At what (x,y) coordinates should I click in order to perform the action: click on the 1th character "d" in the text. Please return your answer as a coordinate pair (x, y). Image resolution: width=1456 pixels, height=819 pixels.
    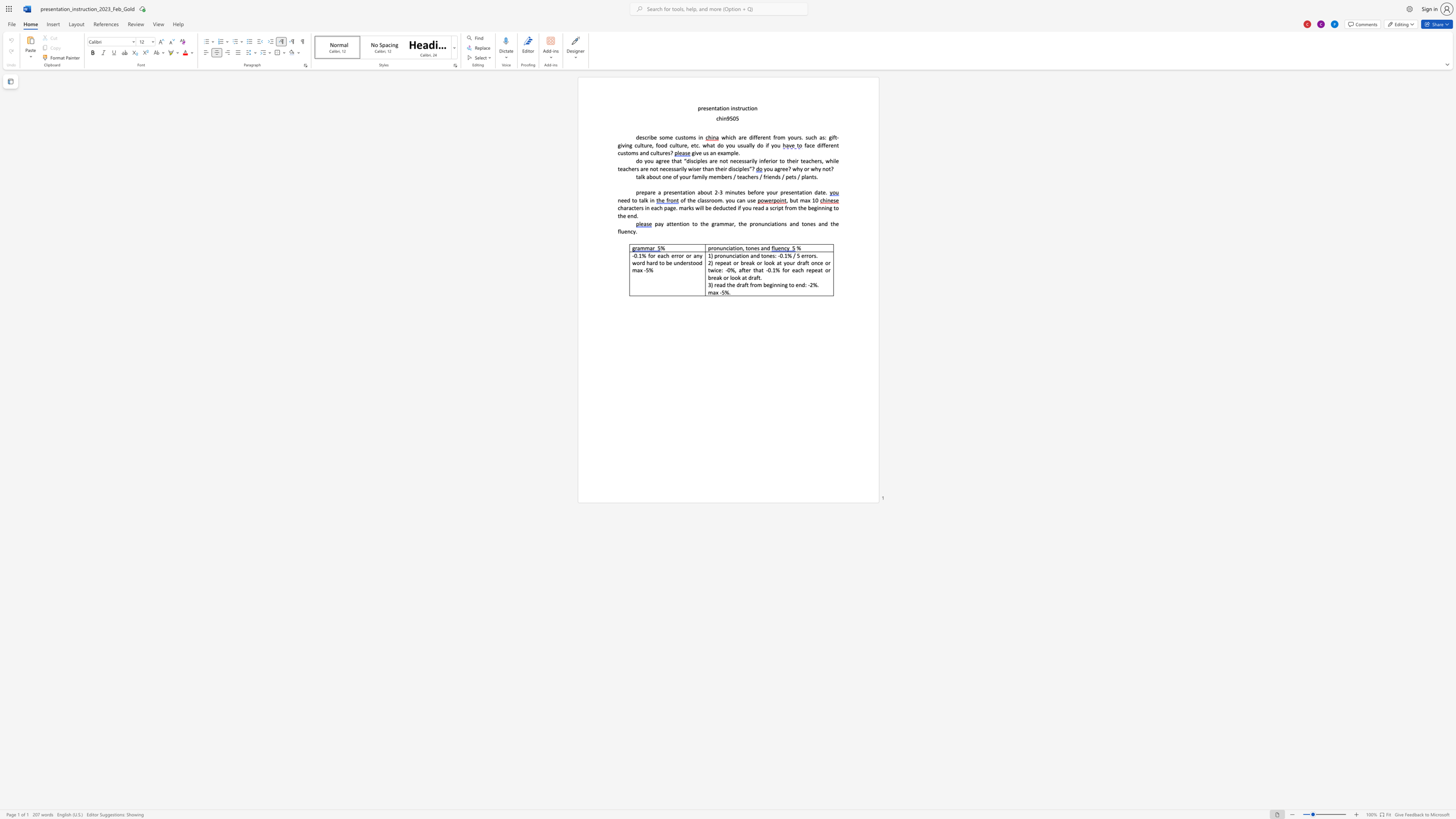
    Looking at the image, I should click on (818, 145).